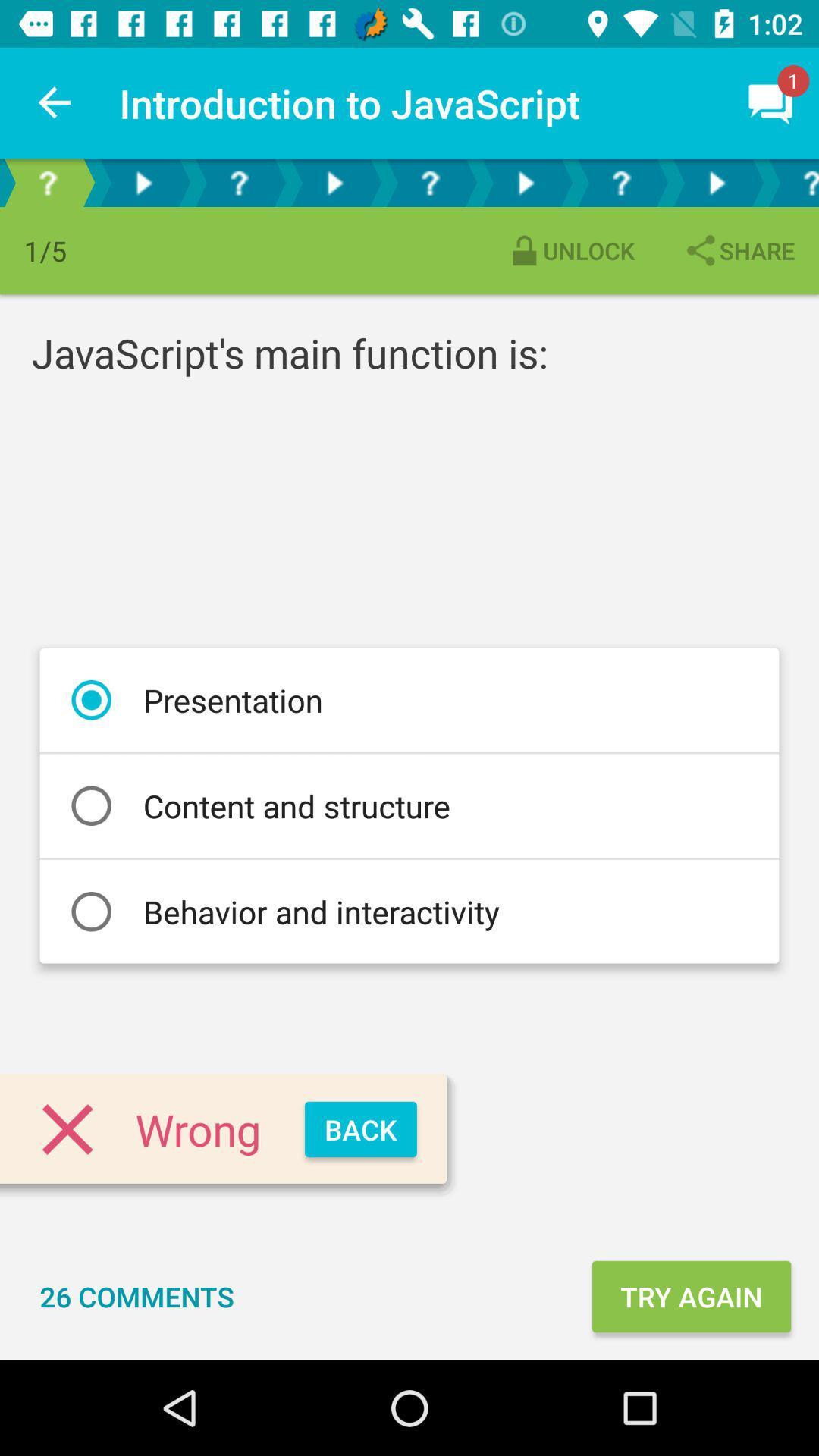 This screenshot has width=819, height=1456. Describe the element at coordinates (143, 182) in the screenshot. I see `step` at that location.